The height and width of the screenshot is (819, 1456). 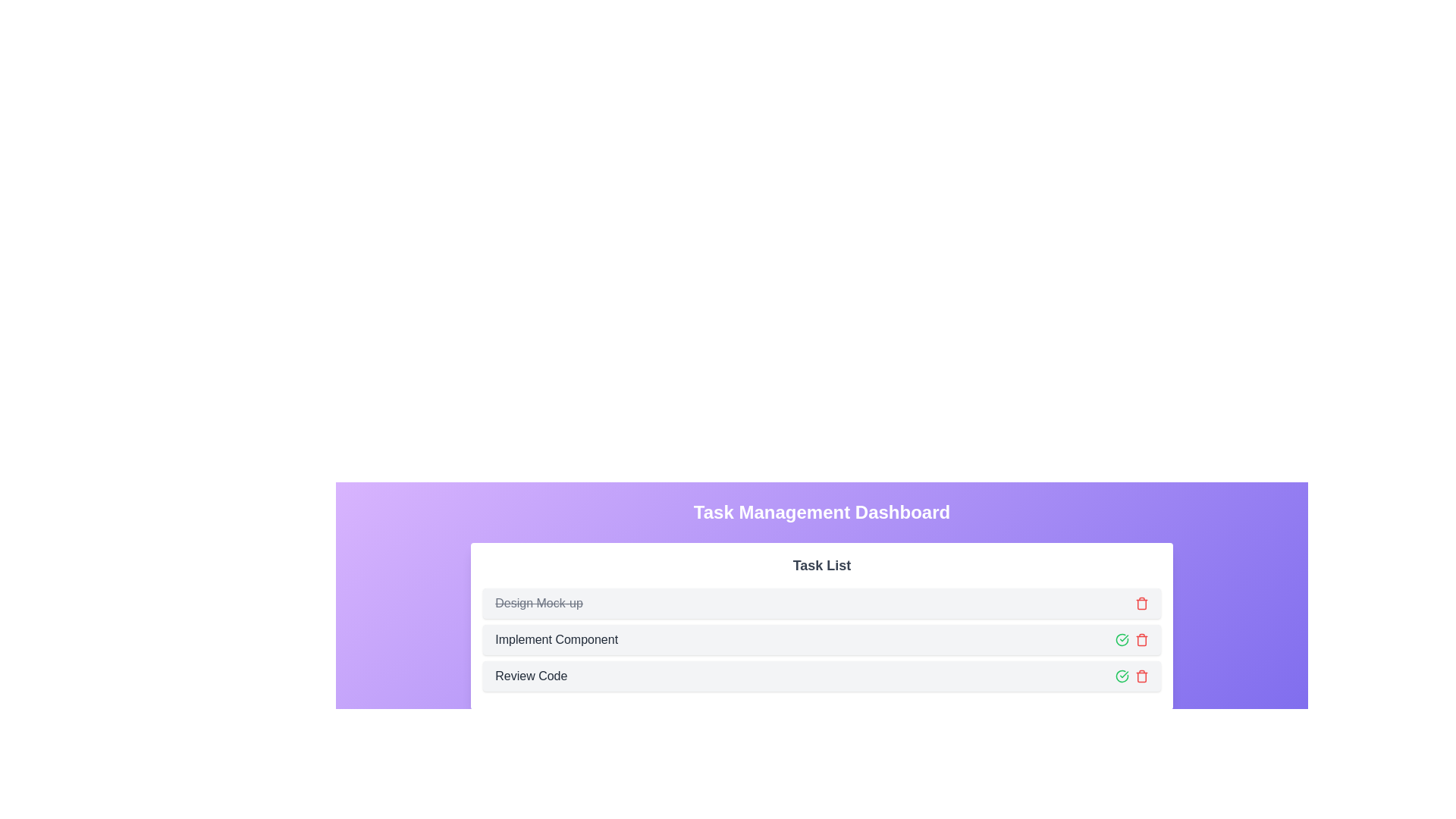 What do you see at coordinates (1141, 640) in the screenshot?
I see `the delete icon button located at the rightmost position` at bounding box center [1141, 640].